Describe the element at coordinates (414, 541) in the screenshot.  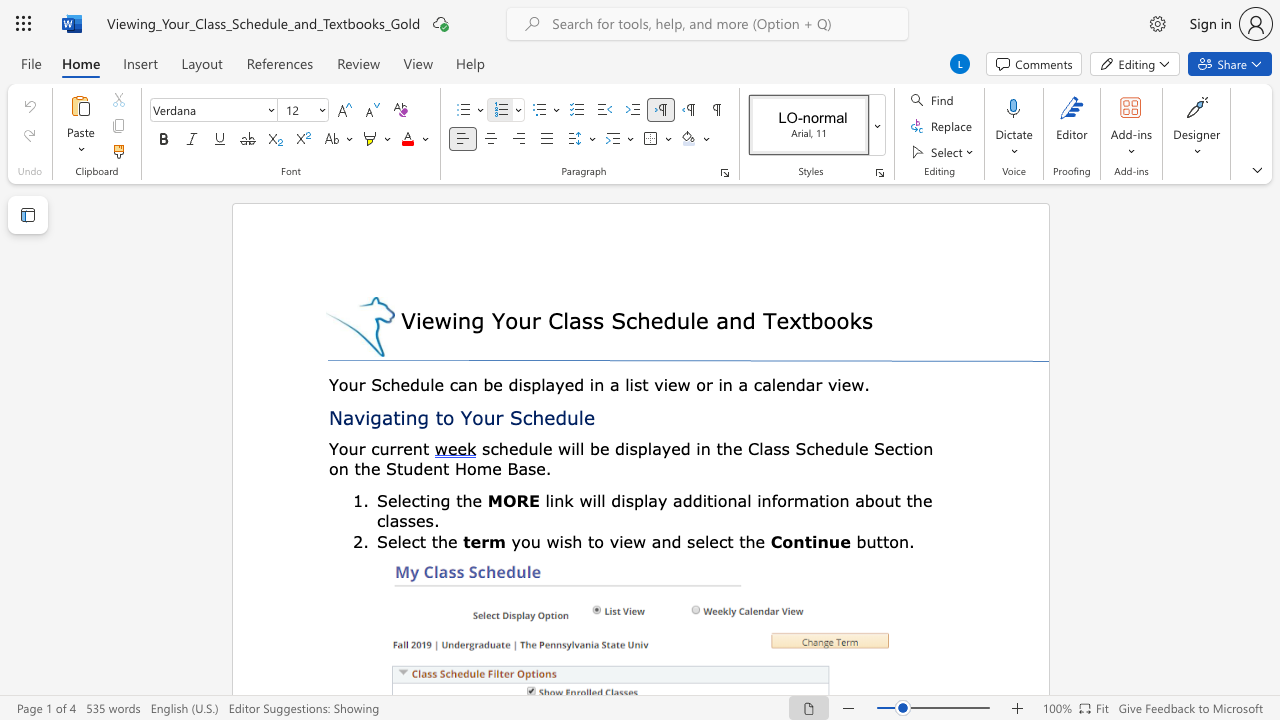
I see `the 1th character "c" in the text` at that location.